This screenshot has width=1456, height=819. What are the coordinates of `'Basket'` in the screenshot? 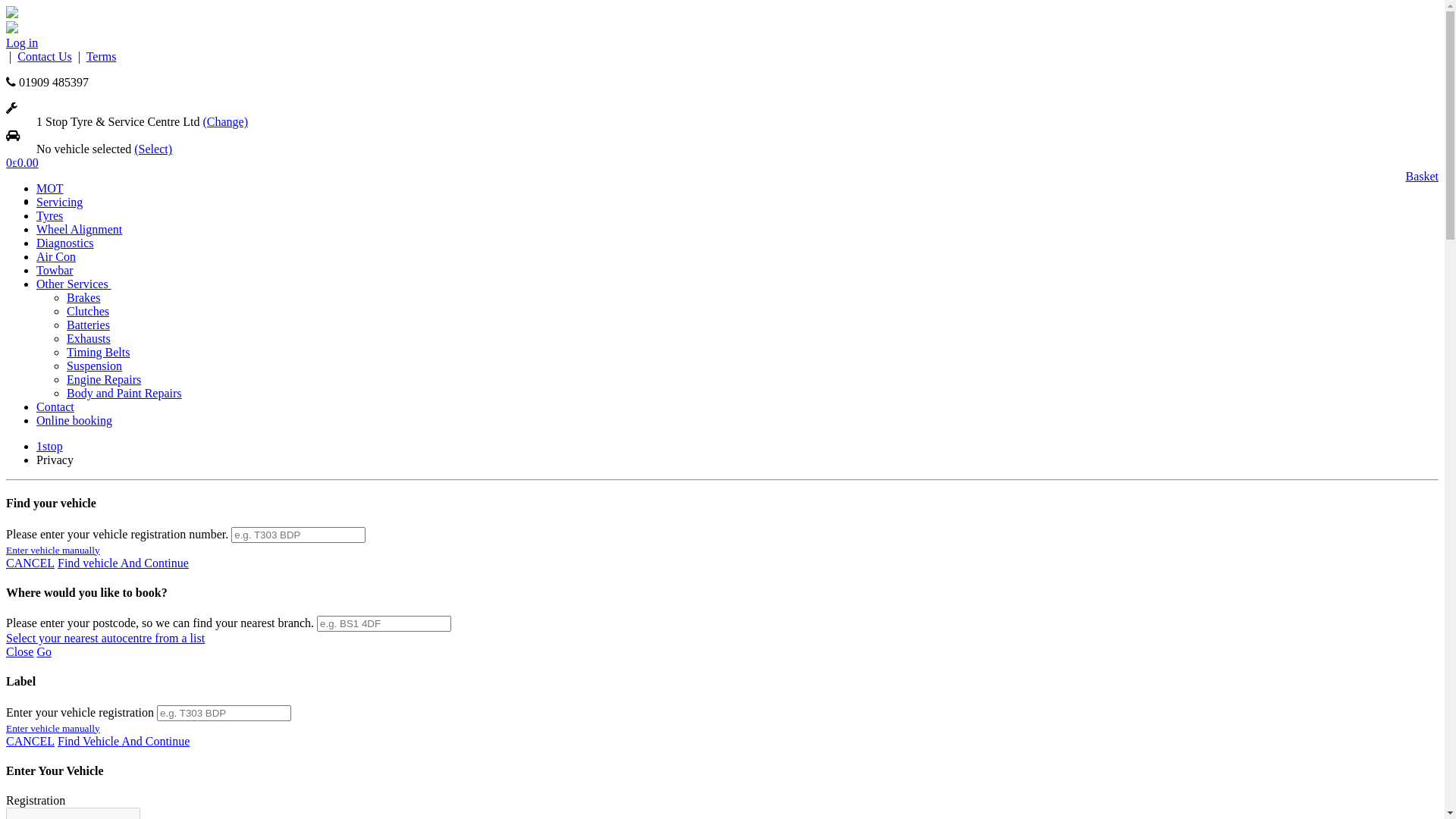 It's located at (1421, 175).